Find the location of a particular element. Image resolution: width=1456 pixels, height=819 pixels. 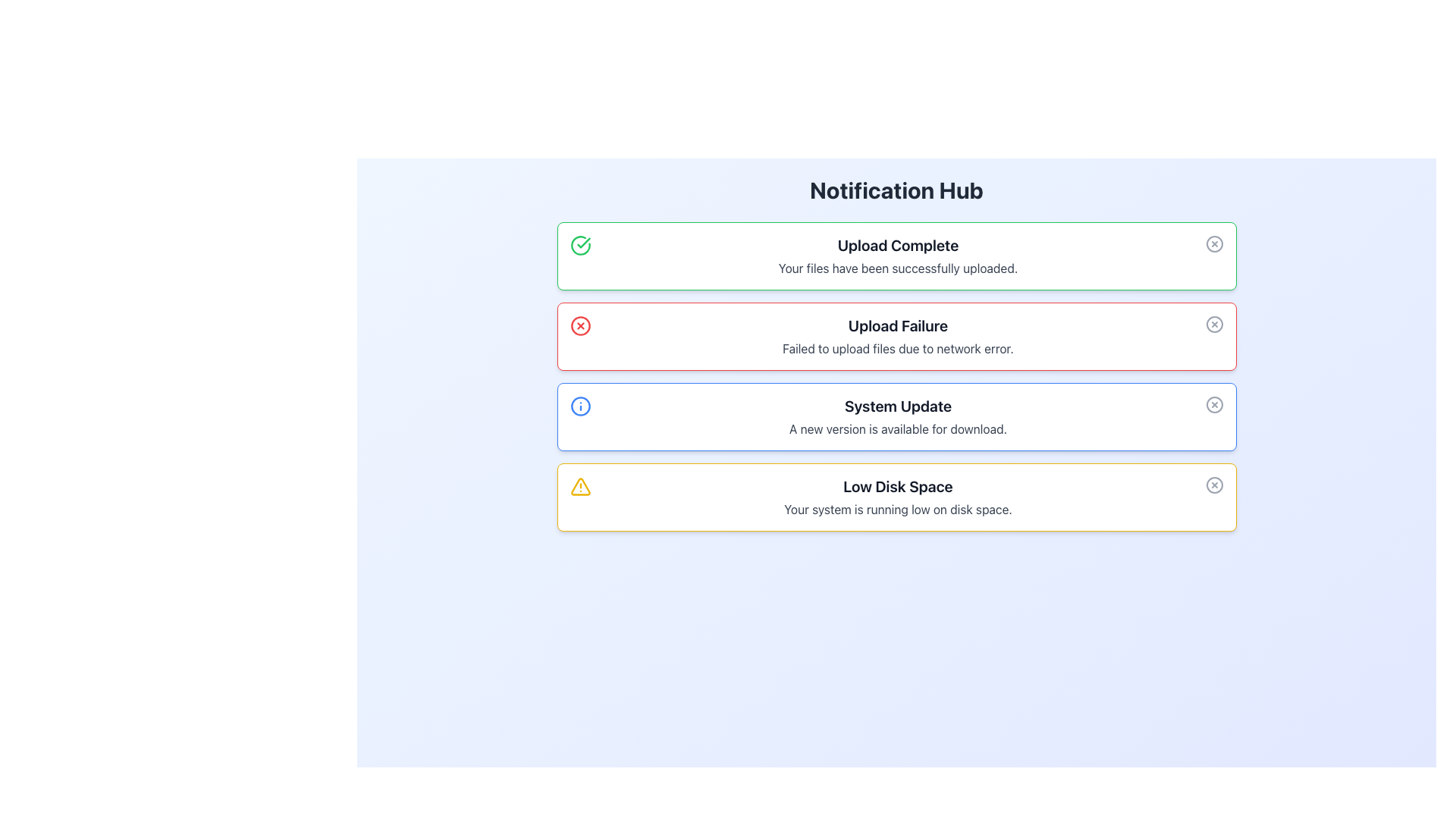

the SVG graphic element is located at coordinates (1214, 243).